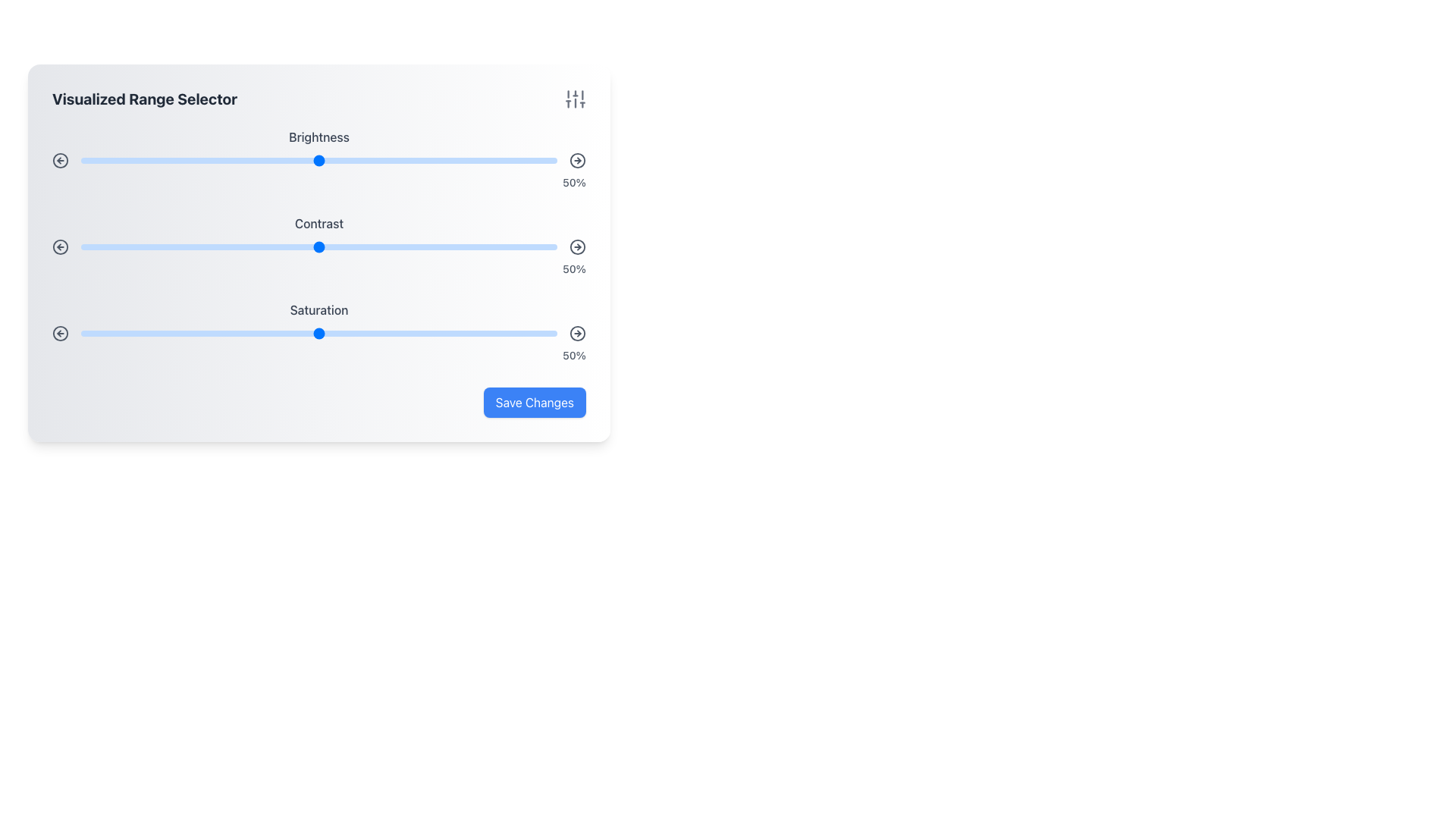 The height and width of the screenshot is (819, 1456). What do you see at coordinates (538, 161) in the screenshot?
I see `the brightness` at bounding box center [538, 161].